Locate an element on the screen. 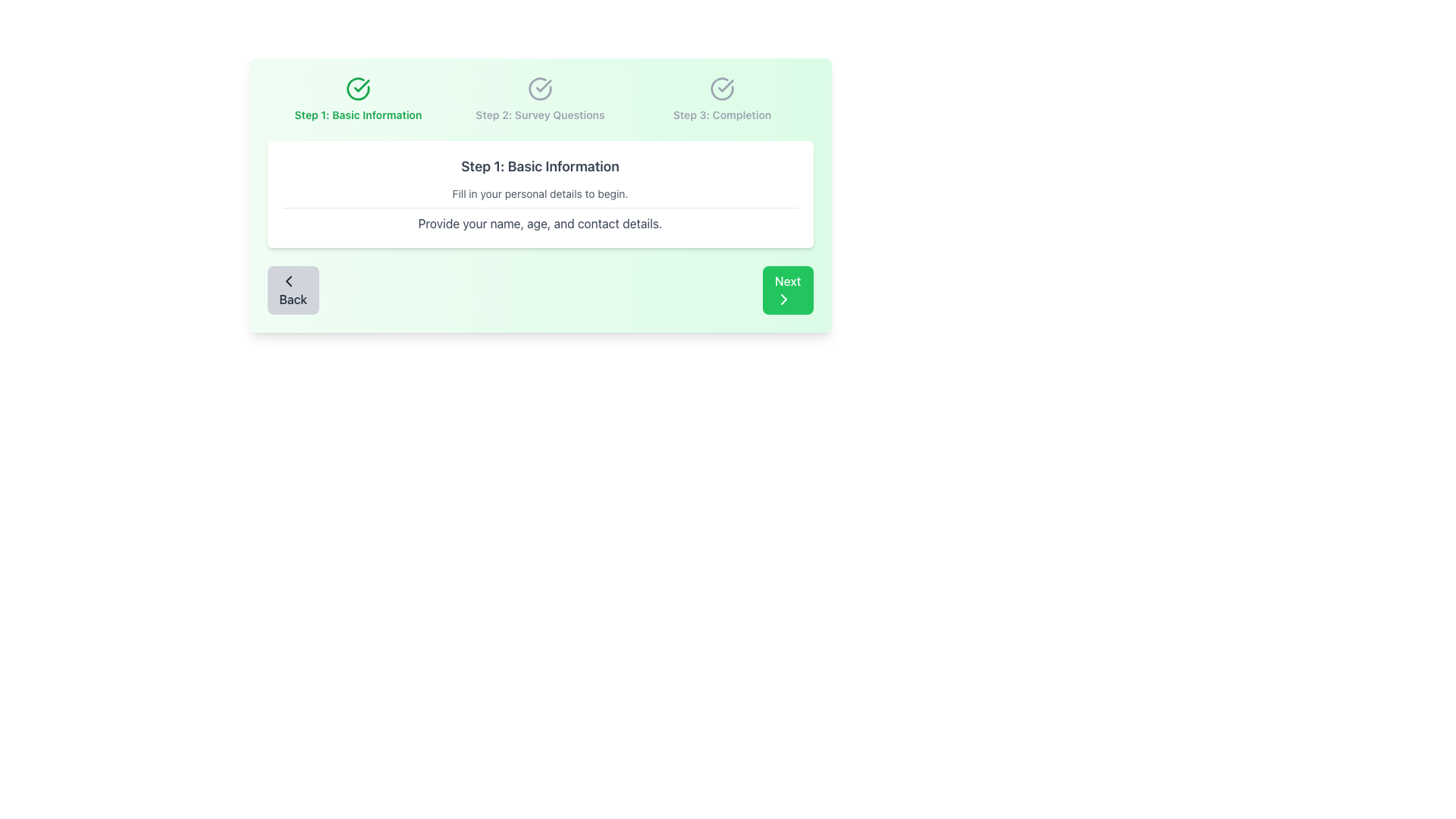  instructions displayed in the text element that says 'Provide your name, age, and contact details.' is located at coordinates (540, 220).